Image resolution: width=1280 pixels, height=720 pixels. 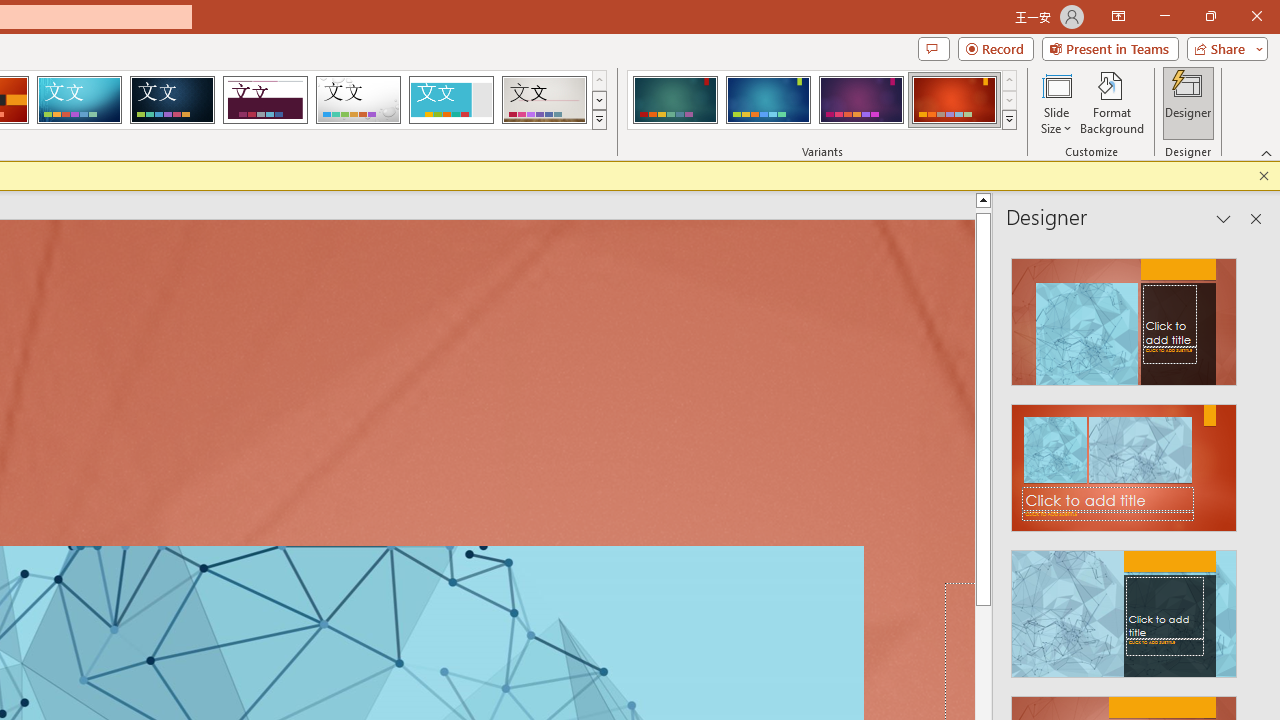 I want to click on 'Themes', so click(x=598, y=120).